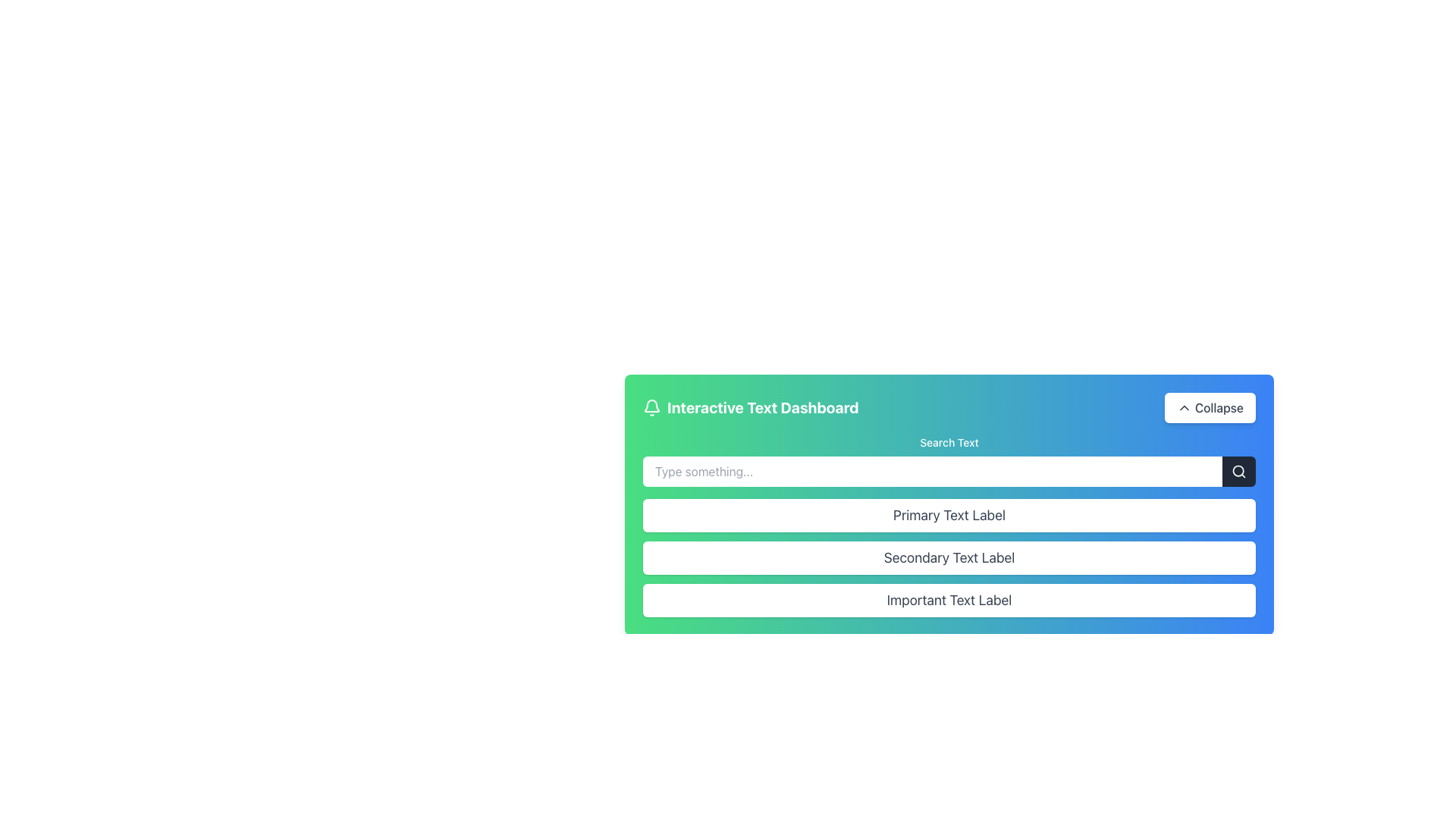  Describe the element at coordinates (949, 514) in the screenshot. I see `the 'Primary Text Label' which is the first element in a stacked column of three similar text labels, located immediately below the search bar interface` at that location.